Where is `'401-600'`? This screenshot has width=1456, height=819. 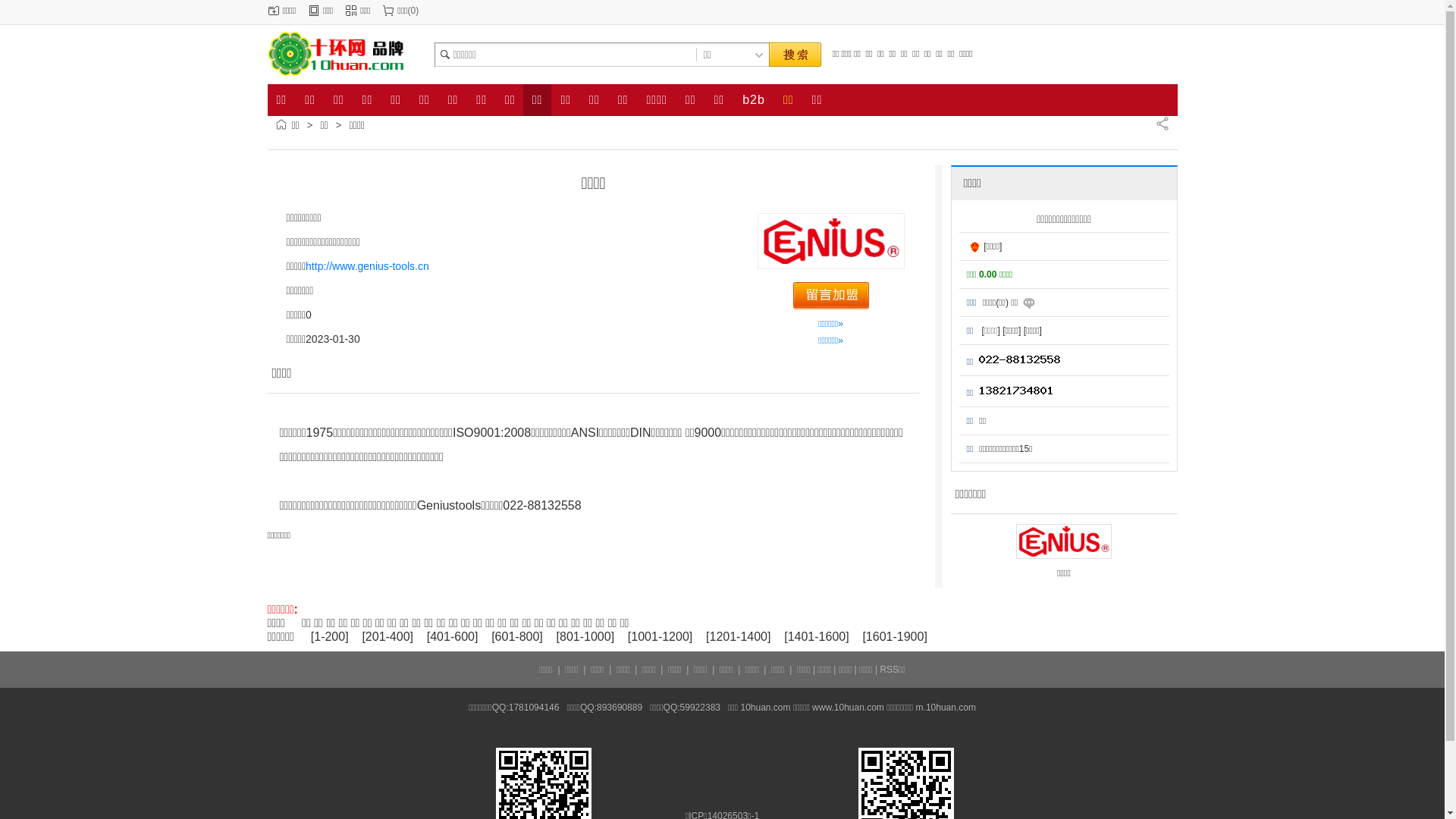 '401-600' is located at coordinates (451, 636).